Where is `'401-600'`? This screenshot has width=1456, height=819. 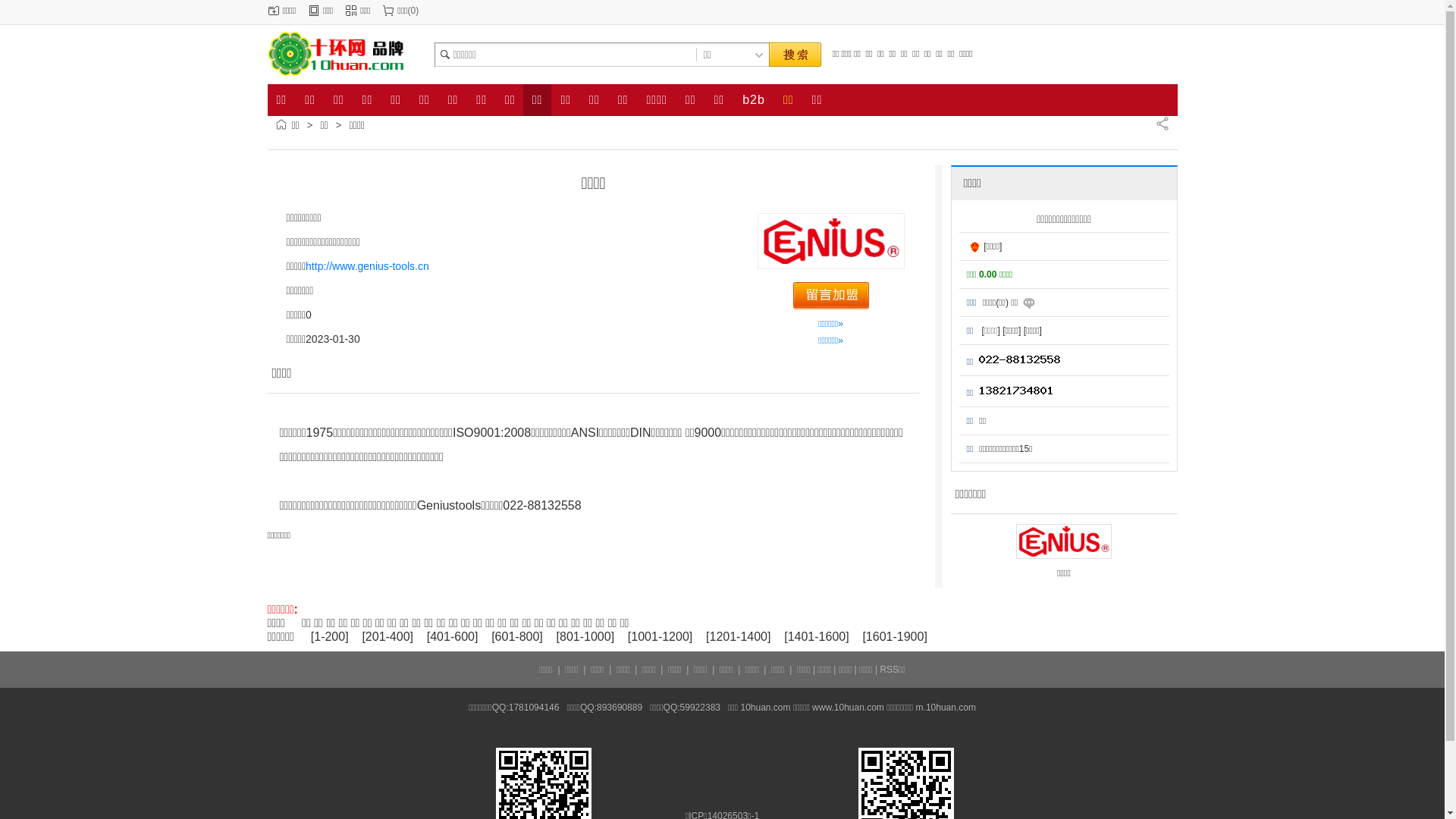 '401-600' is located at coordinates (451, 636).